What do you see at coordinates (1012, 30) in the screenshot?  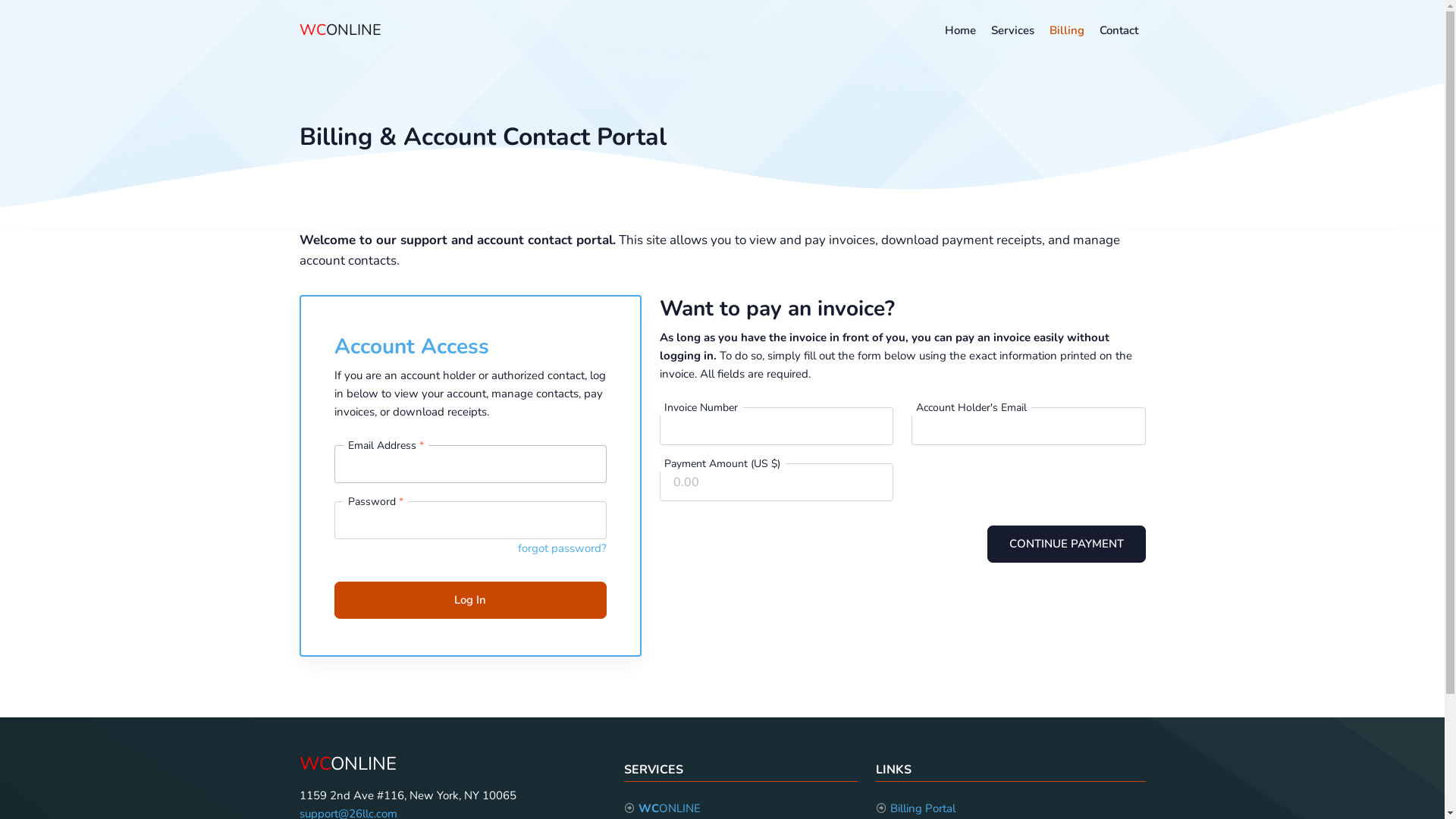 I see `'Services'` at bounding box center [1012, 30].